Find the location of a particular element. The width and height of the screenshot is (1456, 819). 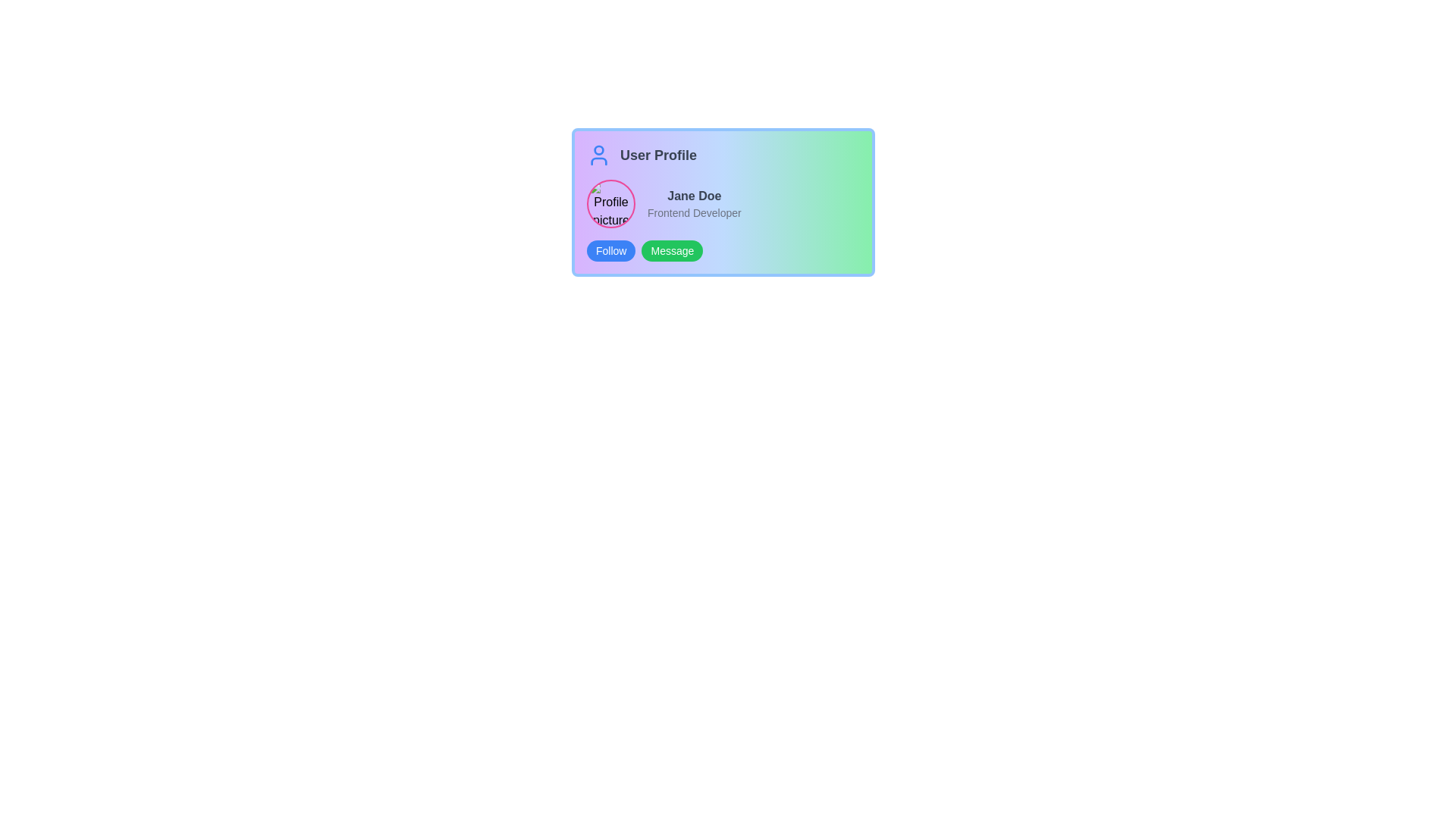

the 'Message' button located to the right of the 'Follow' button in the user profile card is located at coordinates (671, 250).